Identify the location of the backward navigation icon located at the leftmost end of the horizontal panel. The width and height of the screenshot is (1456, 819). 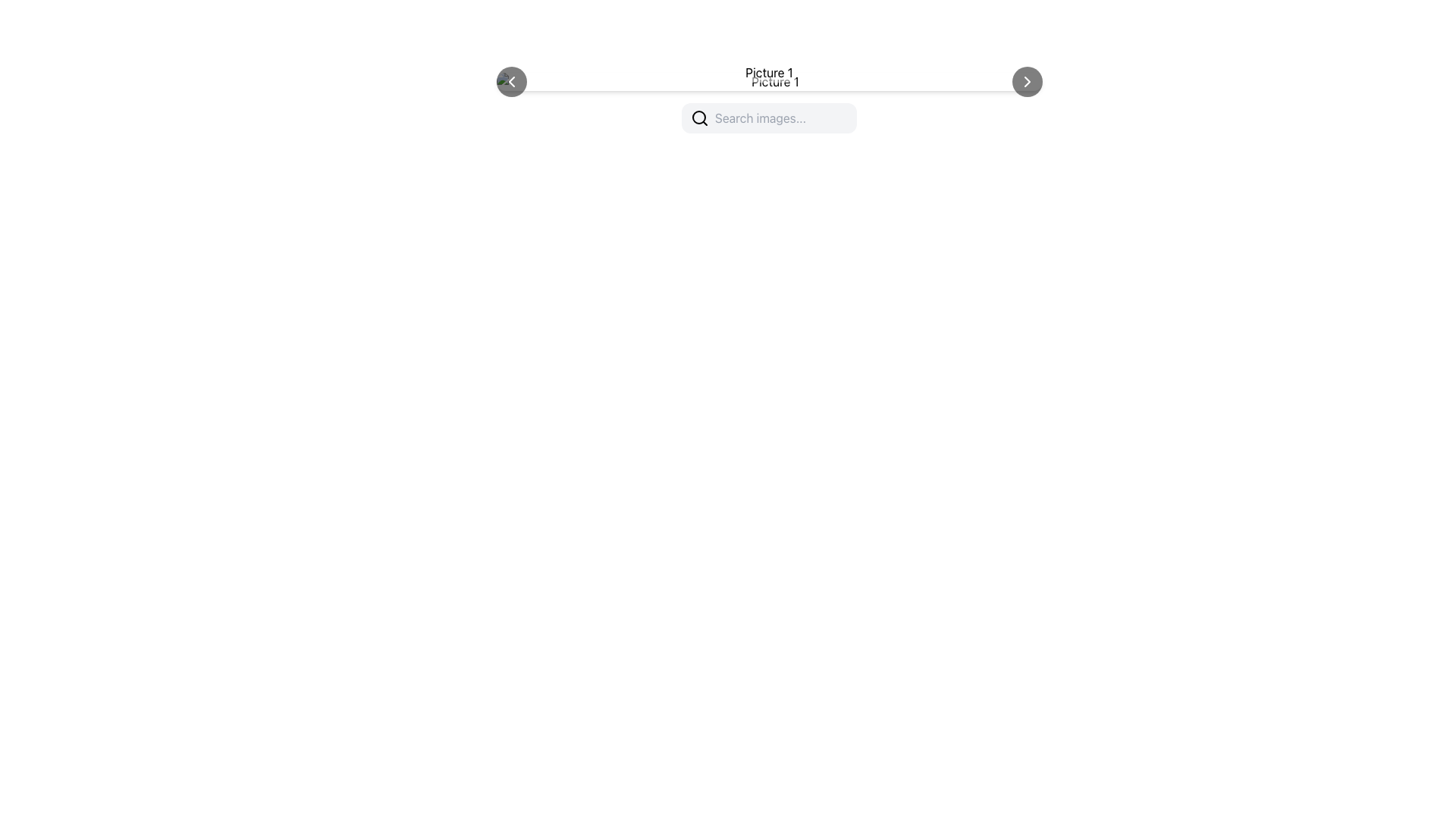
(511, 82).